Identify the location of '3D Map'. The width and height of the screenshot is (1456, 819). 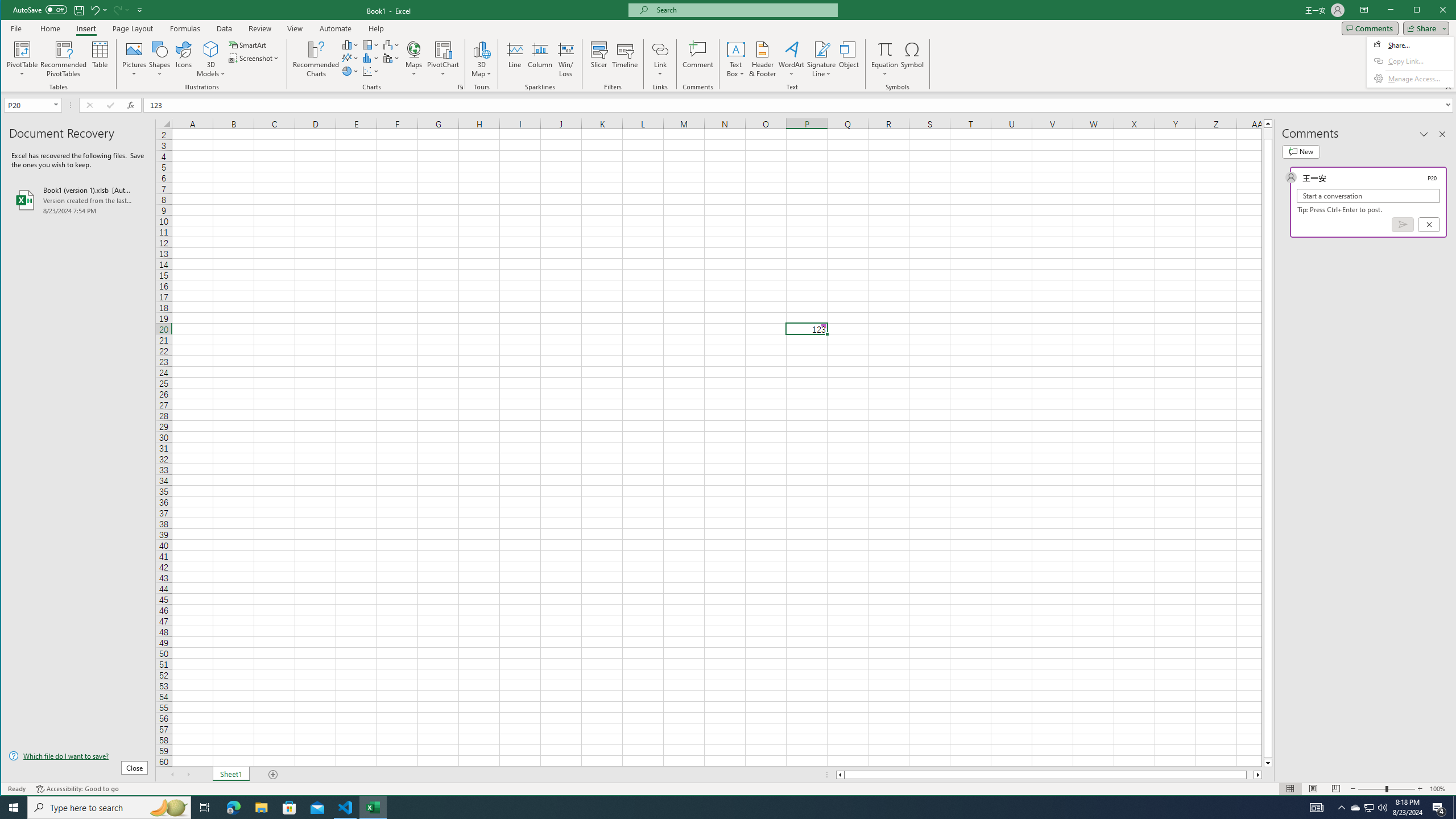
(482, 48).